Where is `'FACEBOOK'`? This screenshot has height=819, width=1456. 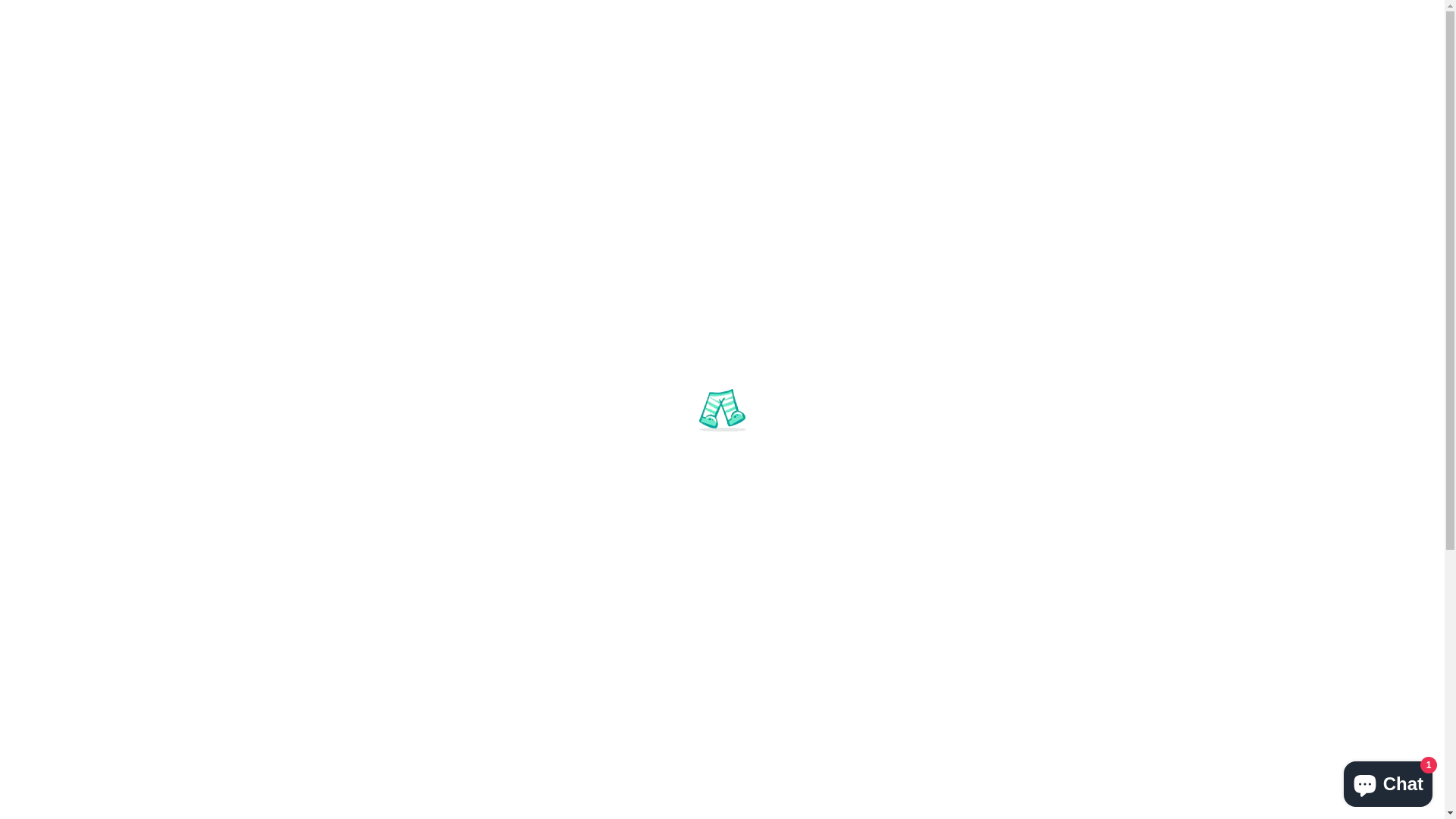
'FACEBOOK' is located at coordinates (56, 15).